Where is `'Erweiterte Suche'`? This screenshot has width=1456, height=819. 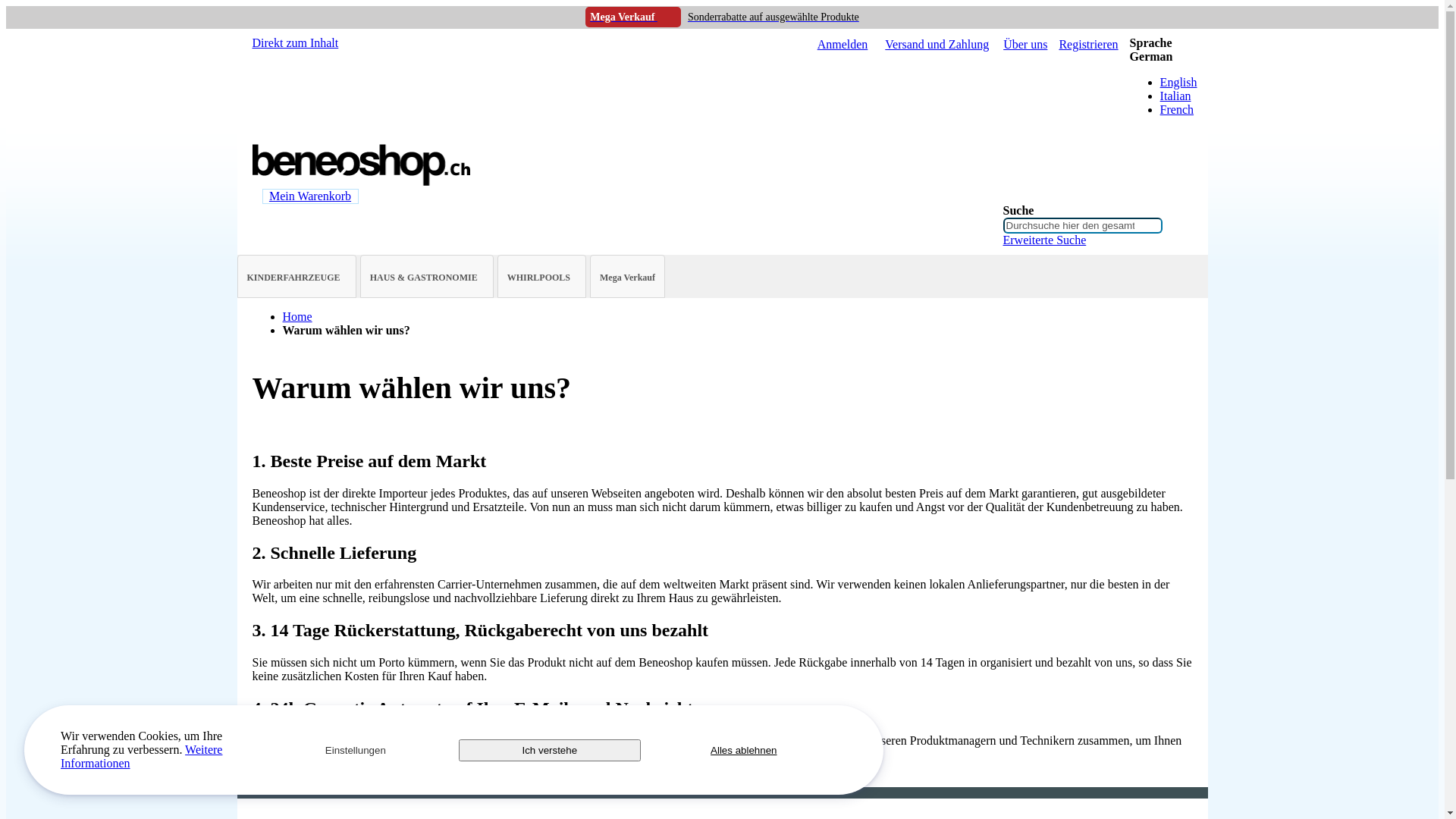 'Erweiterte Suche' is located at coordinates (1043, 239).